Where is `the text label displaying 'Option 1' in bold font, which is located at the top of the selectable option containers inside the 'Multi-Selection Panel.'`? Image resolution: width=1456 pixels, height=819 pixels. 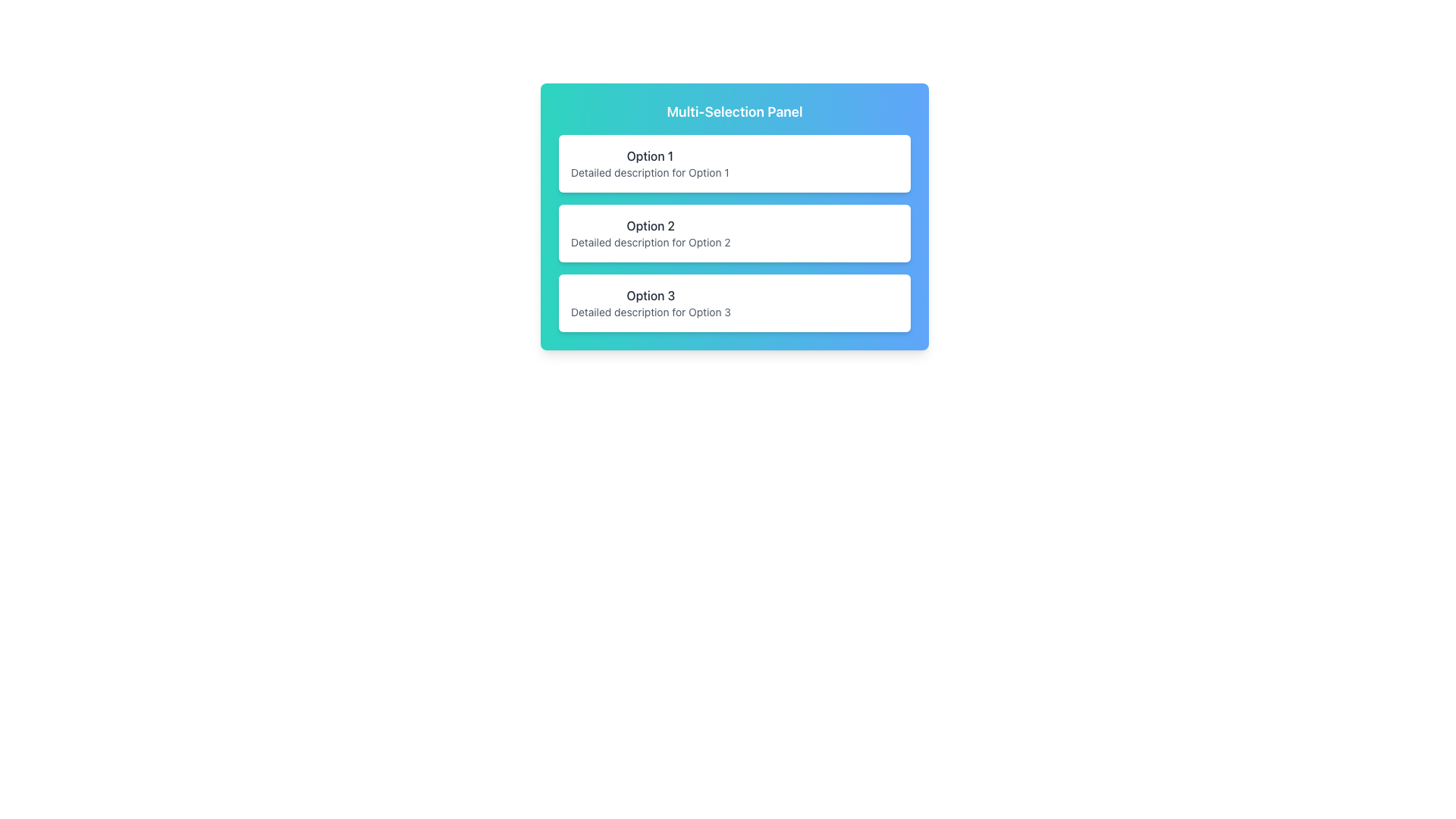
the text label displaying 'Option 1' in bold font, which is located at the top of the selectable option containers inside the 'Multi-Selection Panel.' is located at coordinates (650, 155).